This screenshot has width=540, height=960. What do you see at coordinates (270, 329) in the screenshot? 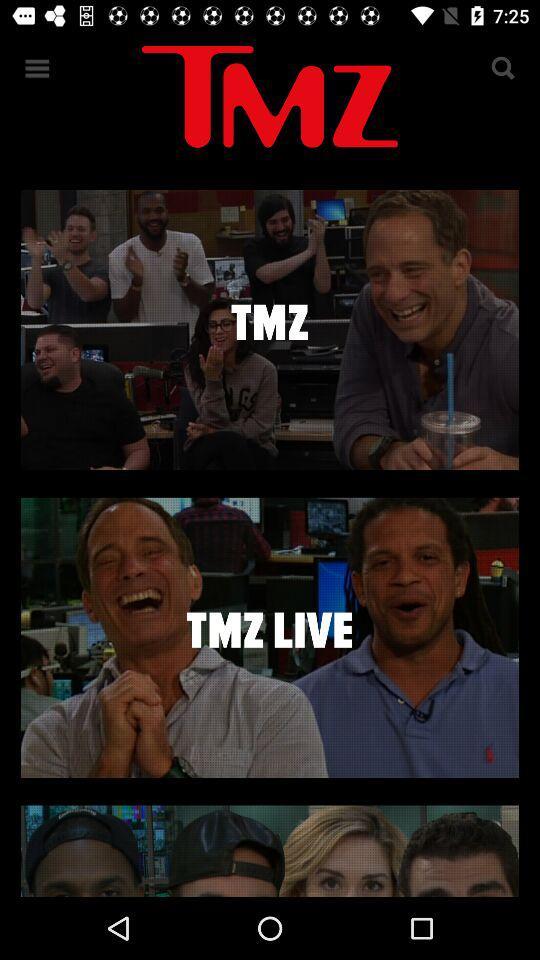
I see `video selection` at bounding box center [270, 329].